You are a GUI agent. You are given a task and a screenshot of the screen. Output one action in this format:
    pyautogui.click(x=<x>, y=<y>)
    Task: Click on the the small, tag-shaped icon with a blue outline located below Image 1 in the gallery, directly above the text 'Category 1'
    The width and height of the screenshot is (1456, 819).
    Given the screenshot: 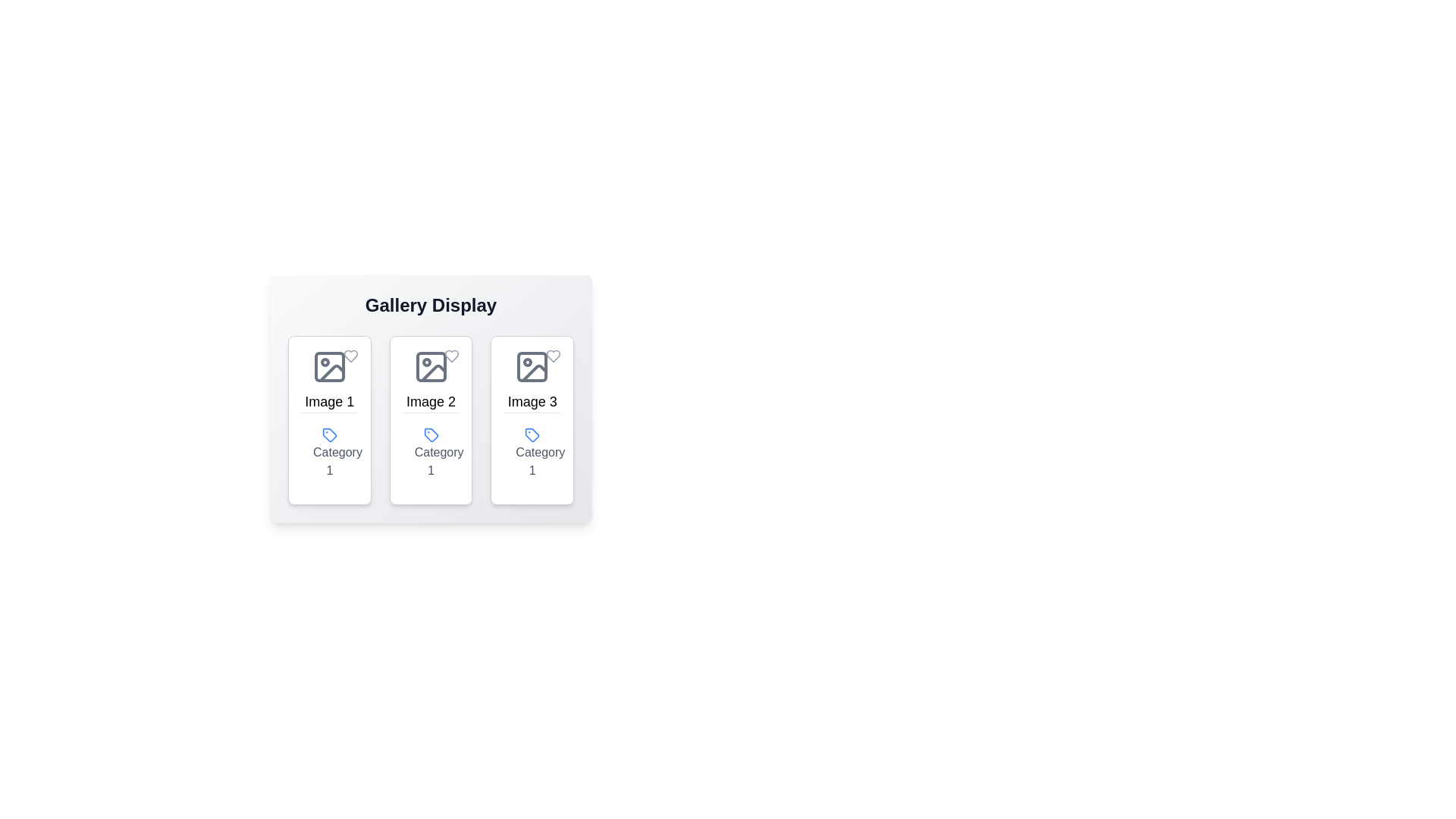 What is the action you would take?
    pyautogui.click(x=328, y=435)
    